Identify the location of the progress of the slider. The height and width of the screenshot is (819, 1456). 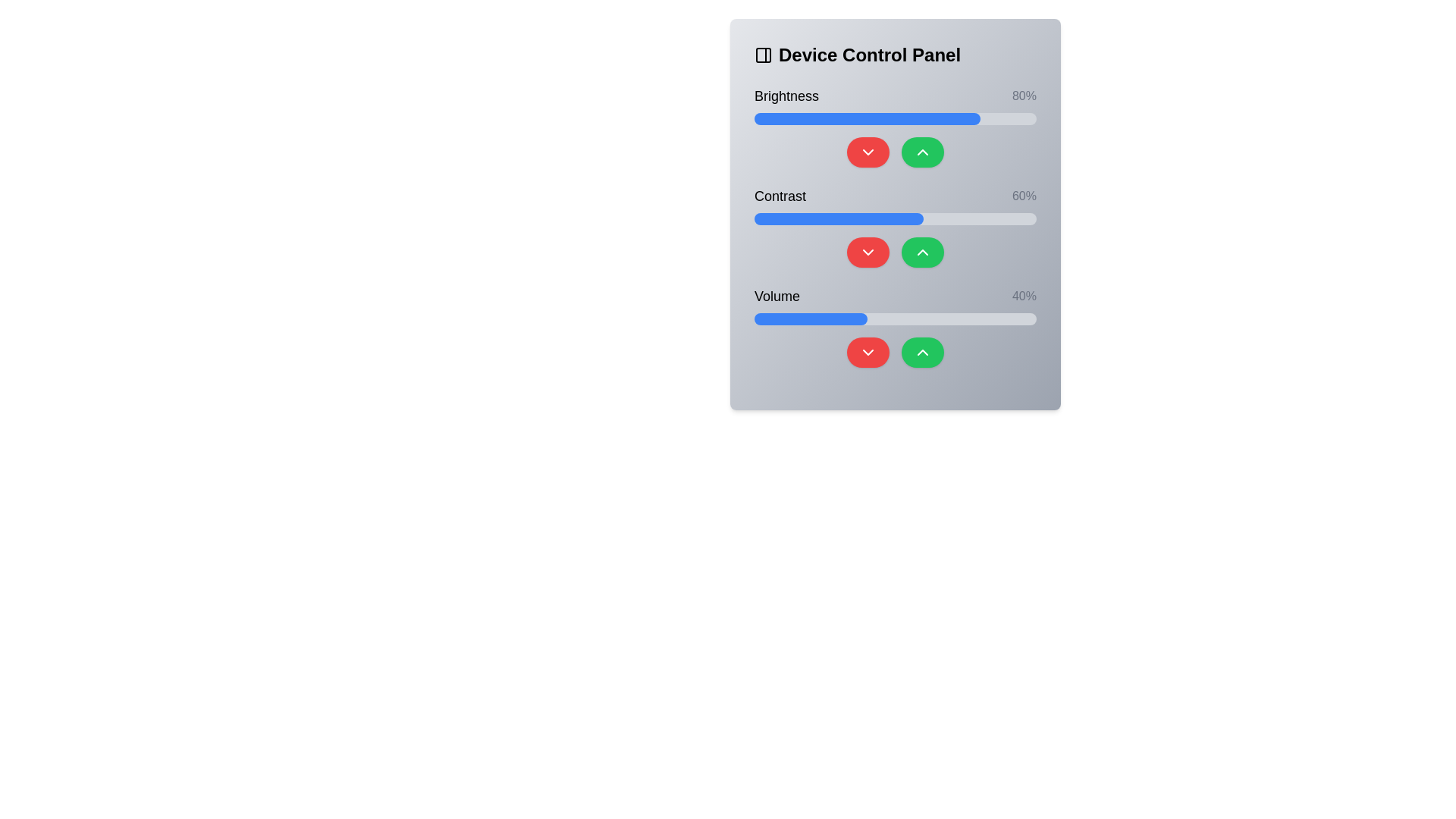
(898, 318).